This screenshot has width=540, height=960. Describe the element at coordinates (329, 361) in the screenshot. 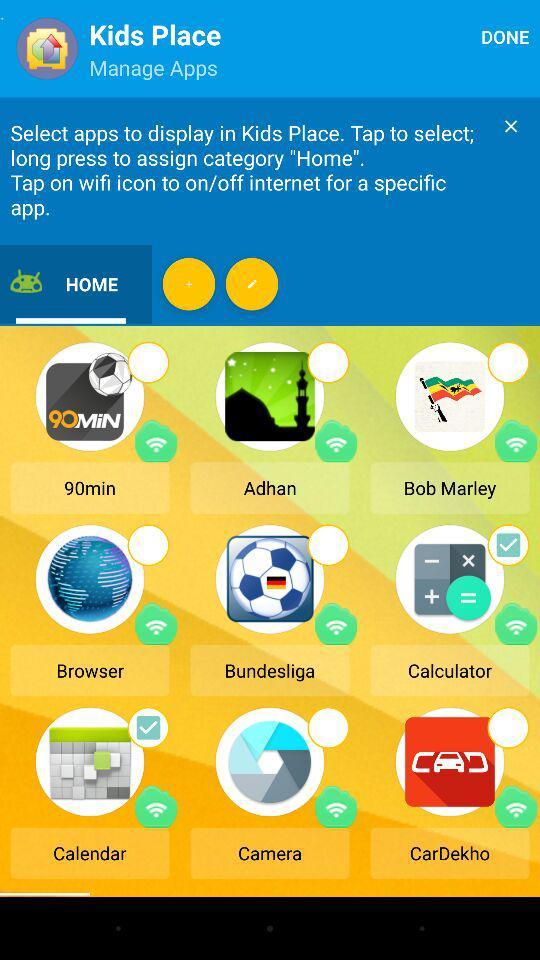

I see `the circle shown at the top of second image in the first row` at that location.